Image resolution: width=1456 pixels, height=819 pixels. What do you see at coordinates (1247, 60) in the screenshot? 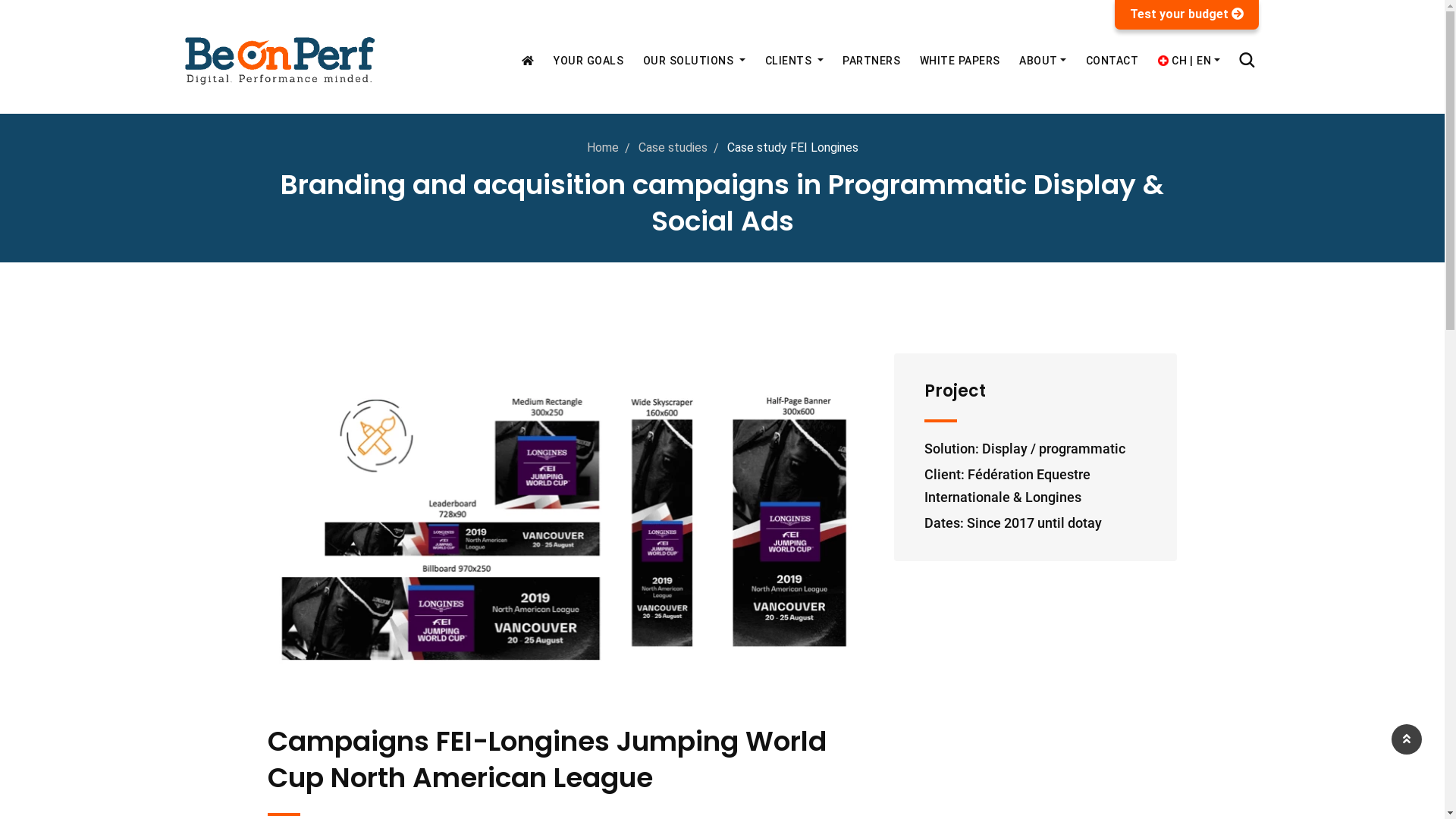
I see `'Search'` at bounding box center [1247, 60].